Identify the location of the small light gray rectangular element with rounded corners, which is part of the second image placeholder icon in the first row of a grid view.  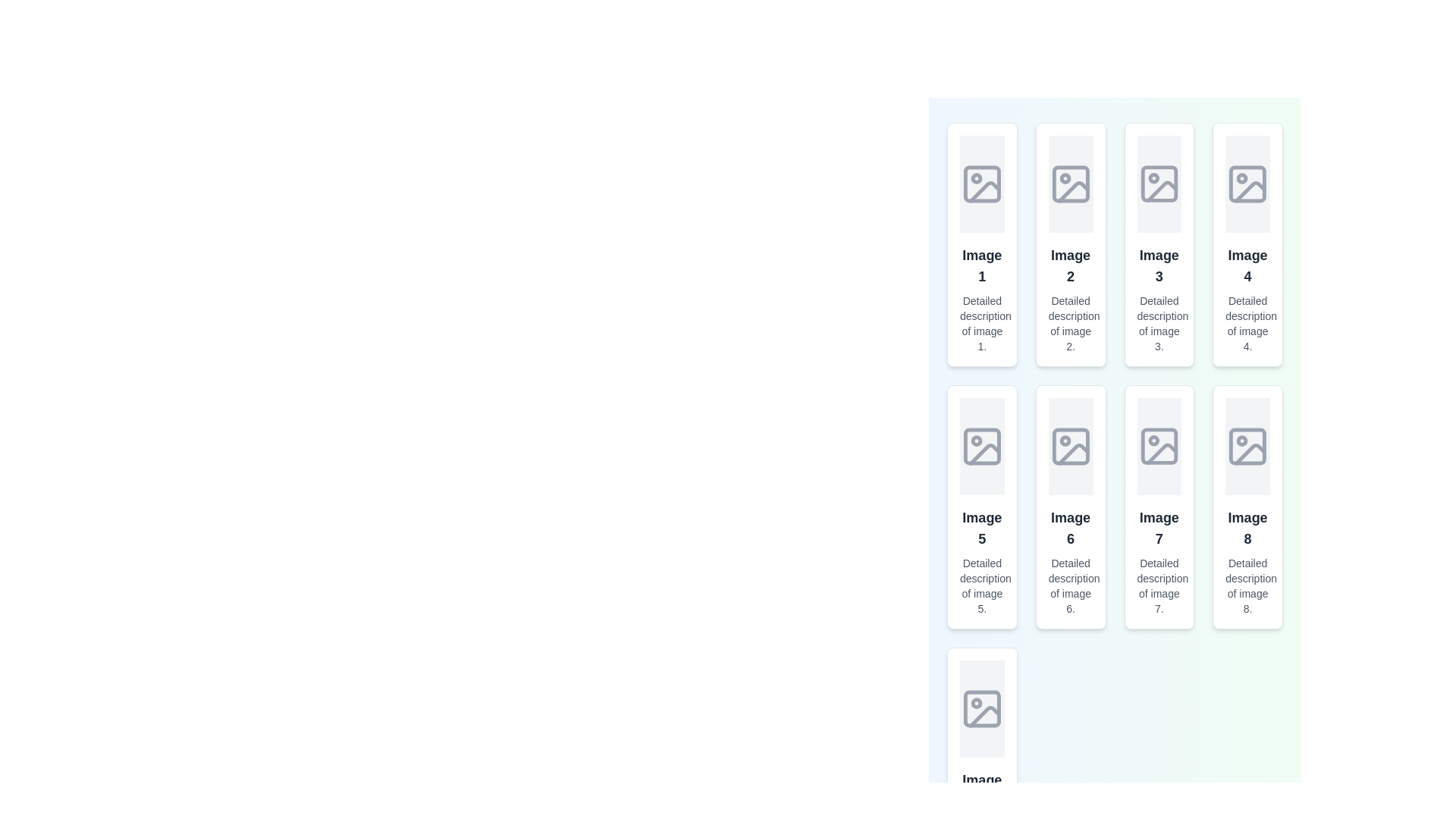
(1070, 184).